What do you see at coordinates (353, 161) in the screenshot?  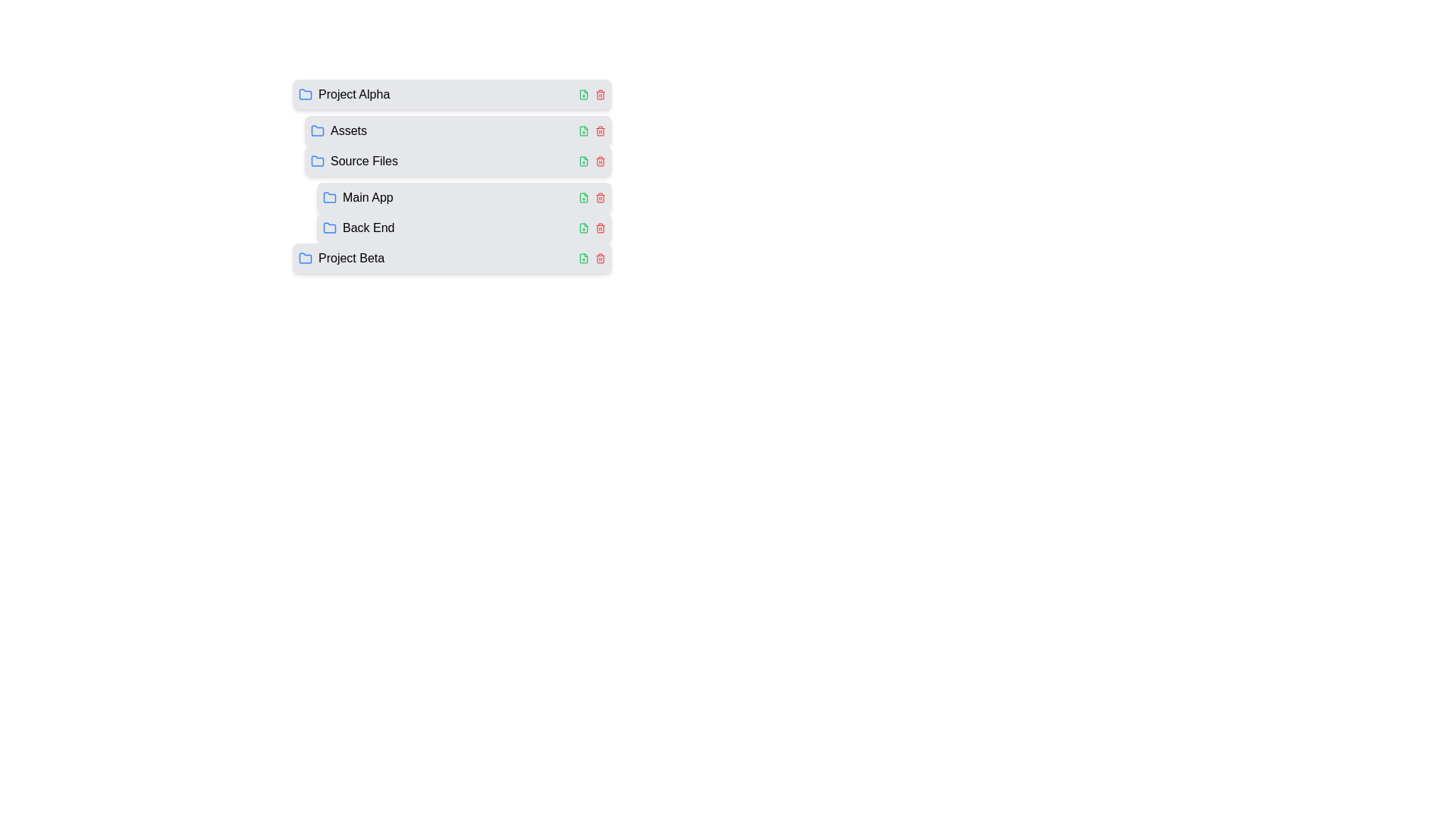 I see `the Labeled icon with a blue folder icon and the text 'Source Files', which is the second item in the list, positioned below 'Assets' and above 'Main App'` at bounding box center [353, 161].